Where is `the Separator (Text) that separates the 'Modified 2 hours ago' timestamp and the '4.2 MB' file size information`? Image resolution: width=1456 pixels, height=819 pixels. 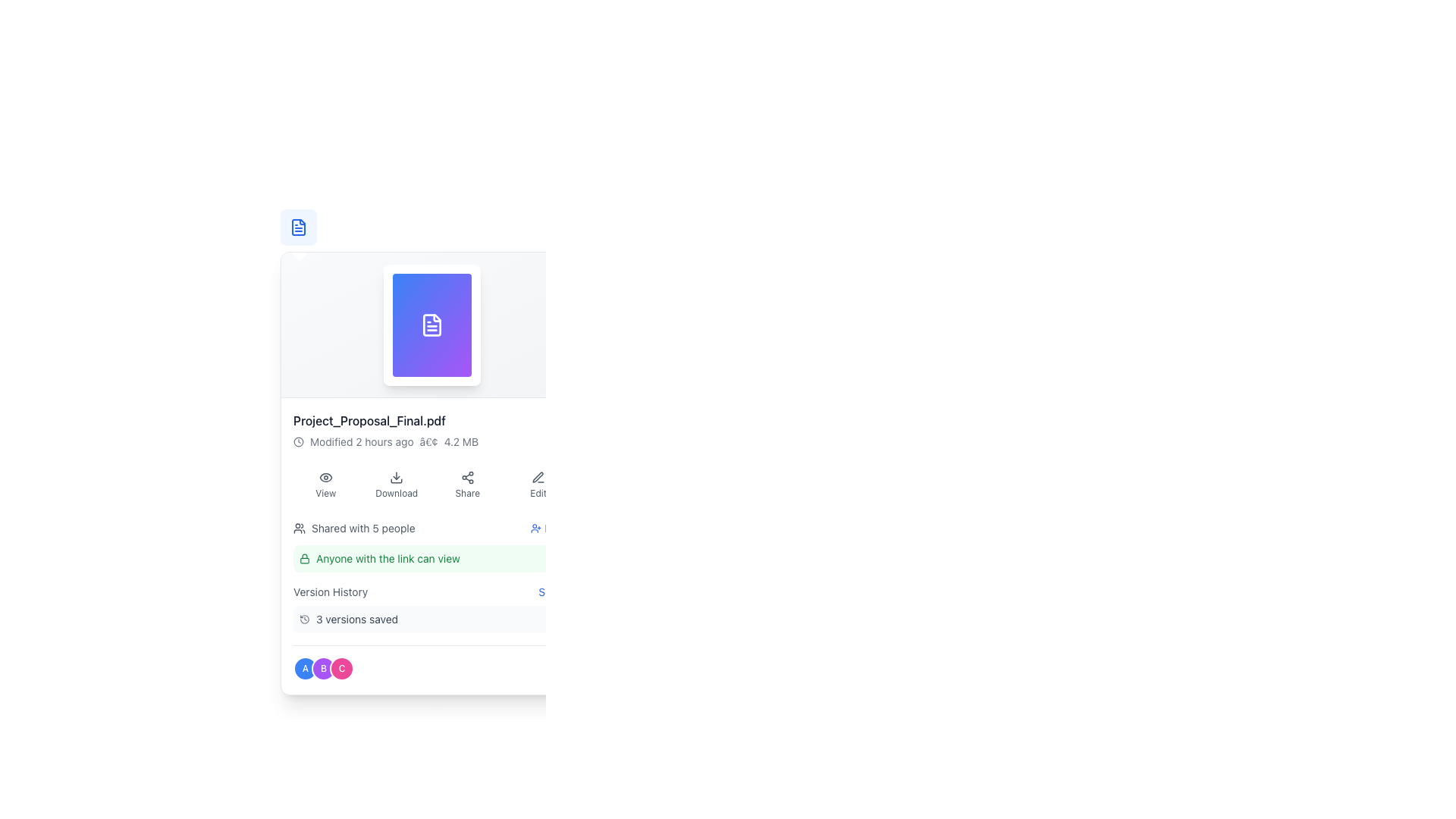 the Separator (Text) that separates the 'Modified 2 hours ago' timestamp and the '4.2 MB' file size information is located at coordinates (428, 441).